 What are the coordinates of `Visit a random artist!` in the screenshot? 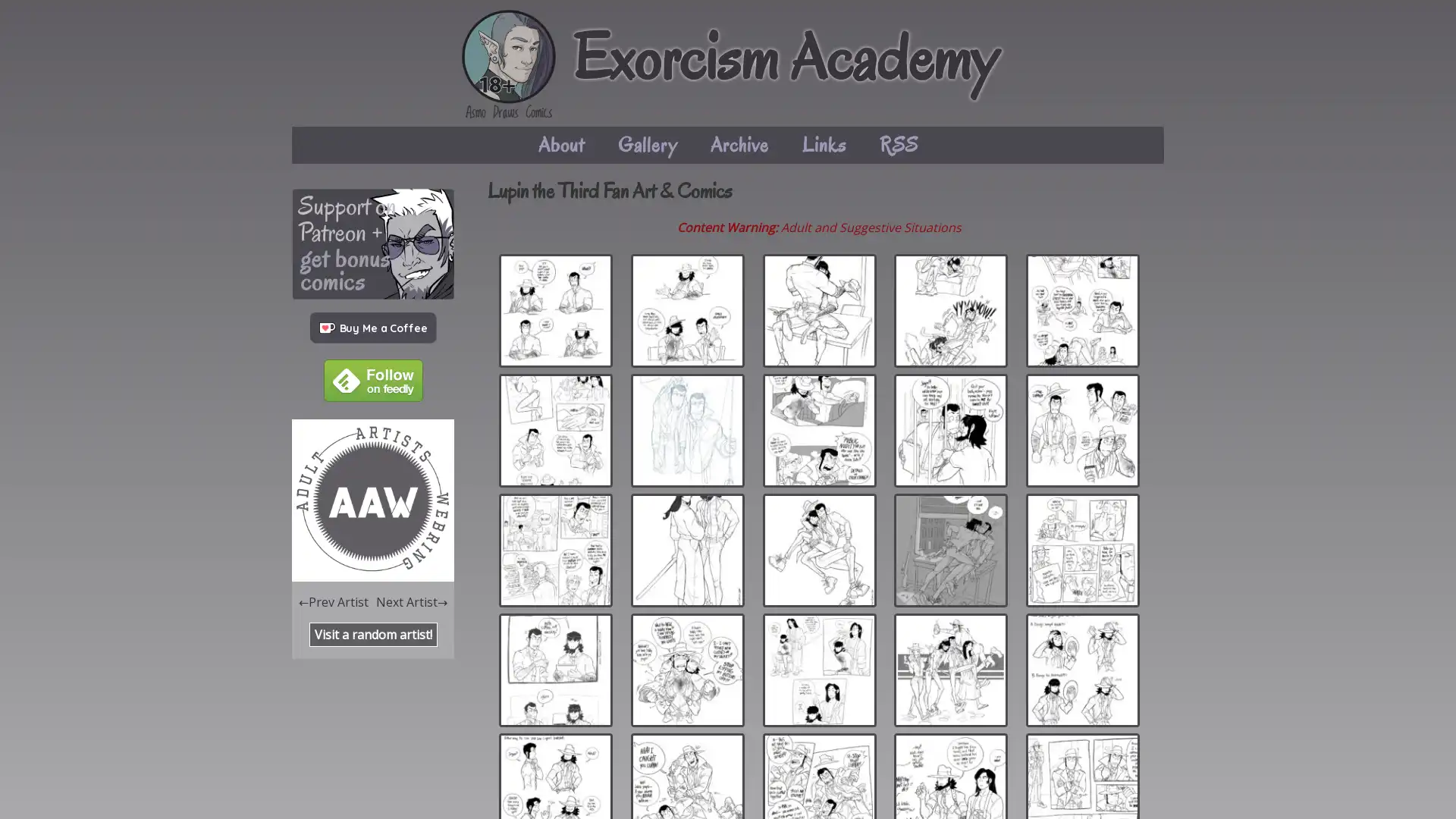 It's located at (372, 634).